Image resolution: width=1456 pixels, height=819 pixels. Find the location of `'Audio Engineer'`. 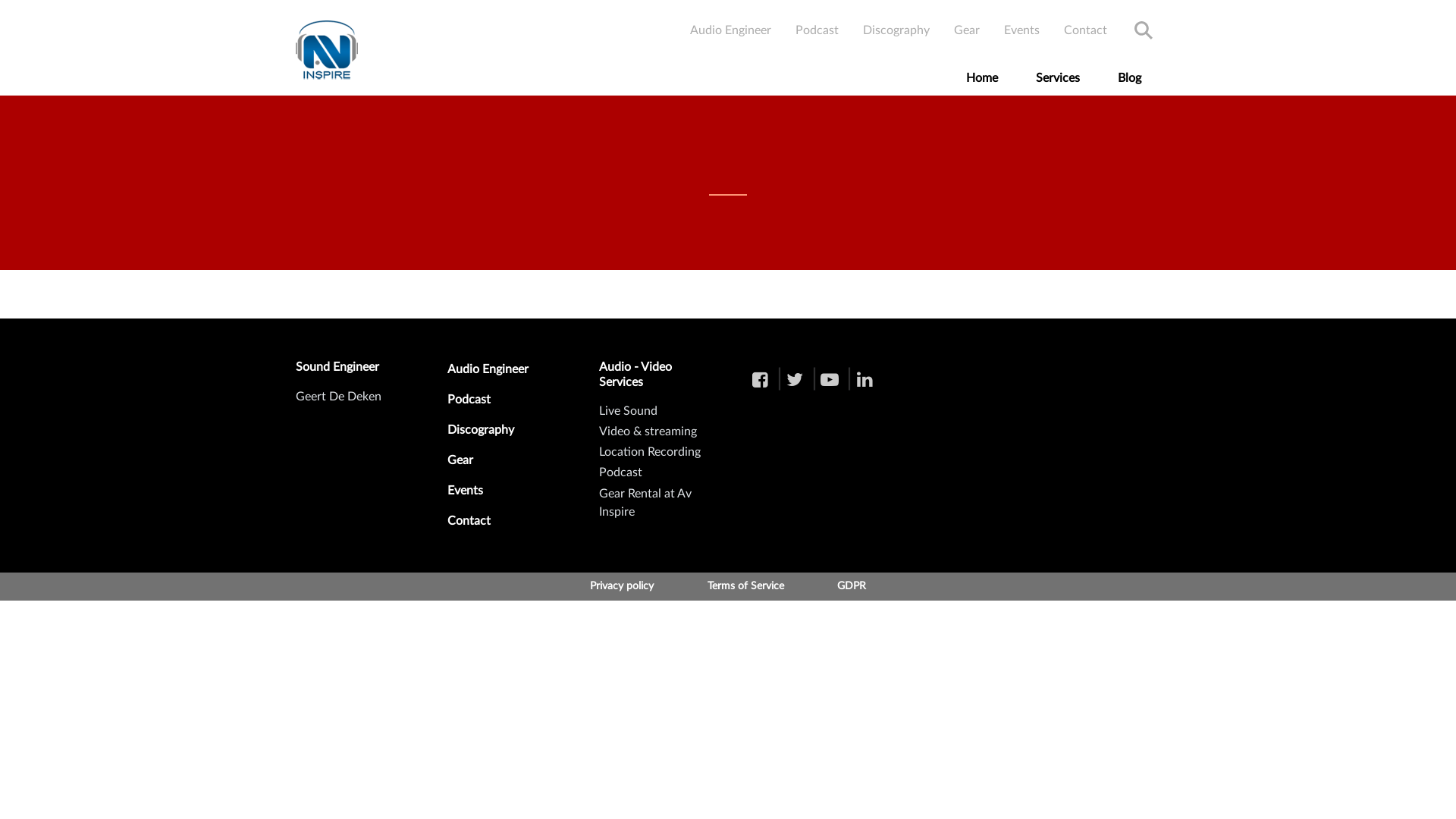

'Audio Engineer' is located at coordinates (500, 375).